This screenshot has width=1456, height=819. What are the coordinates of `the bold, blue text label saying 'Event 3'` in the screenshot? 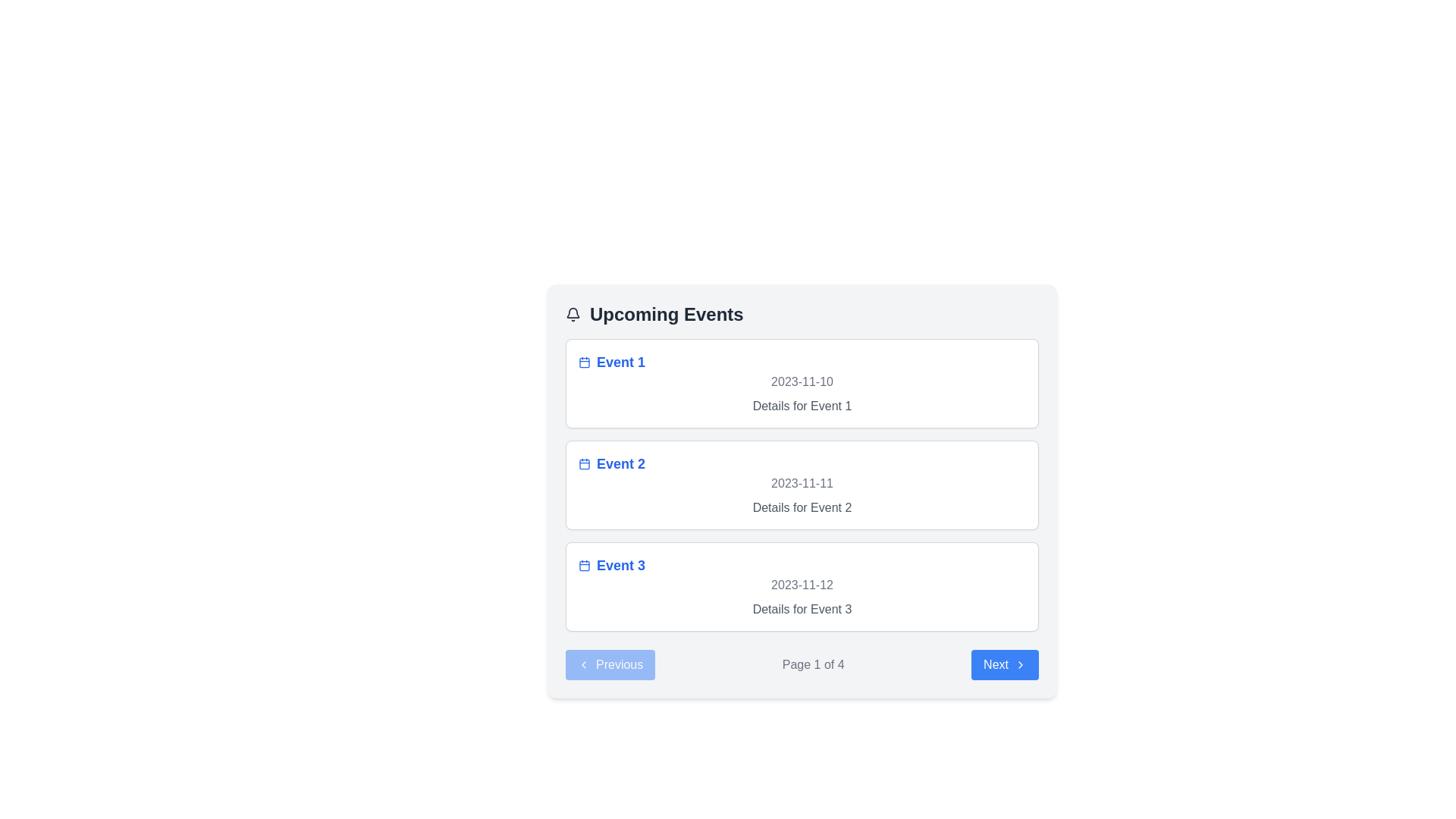 It's located at (621, 565).